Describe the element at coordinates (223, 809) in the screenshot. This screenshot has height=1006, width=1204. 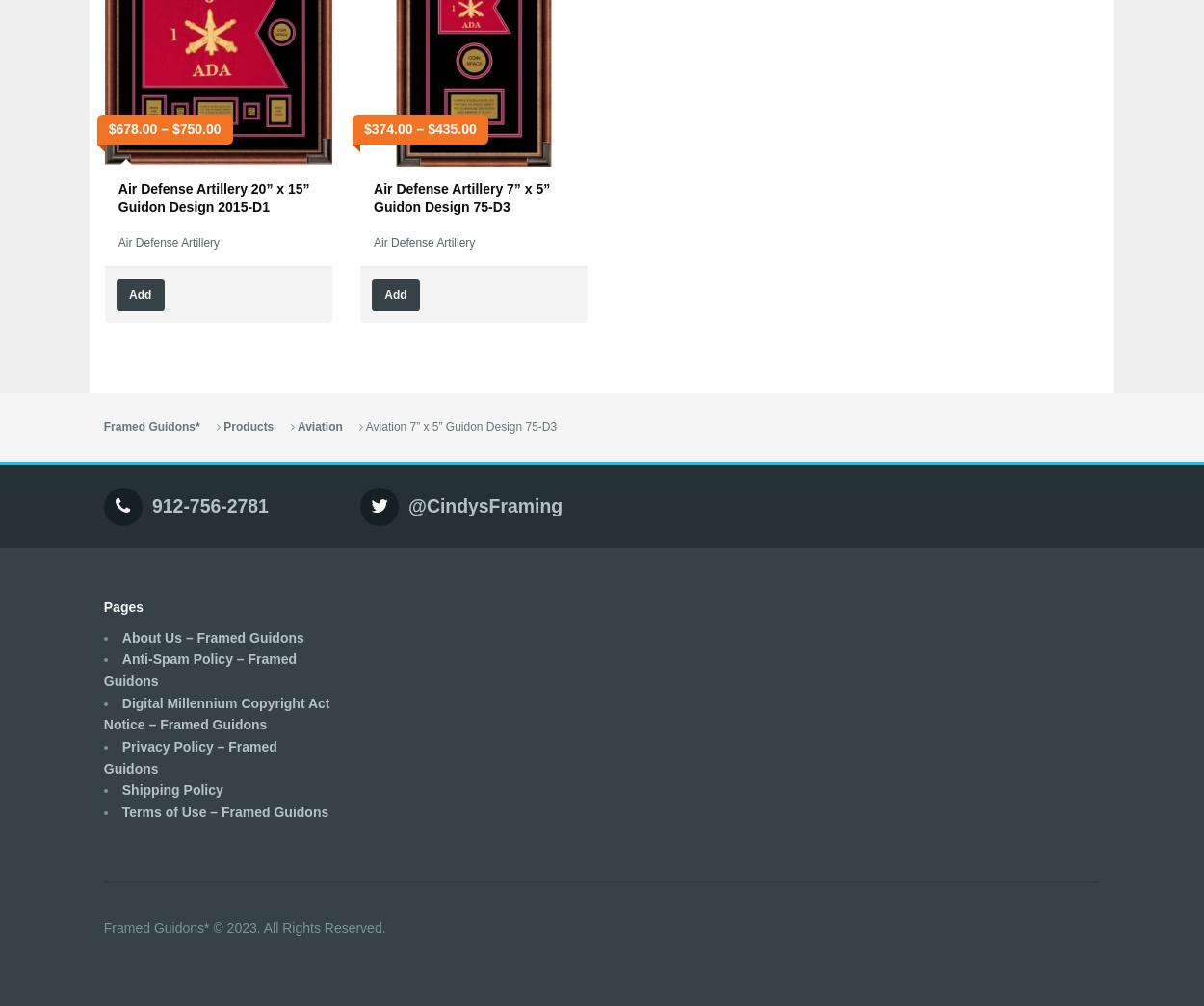
I see `'Terms of Use – Framed Guidons'` at that location.